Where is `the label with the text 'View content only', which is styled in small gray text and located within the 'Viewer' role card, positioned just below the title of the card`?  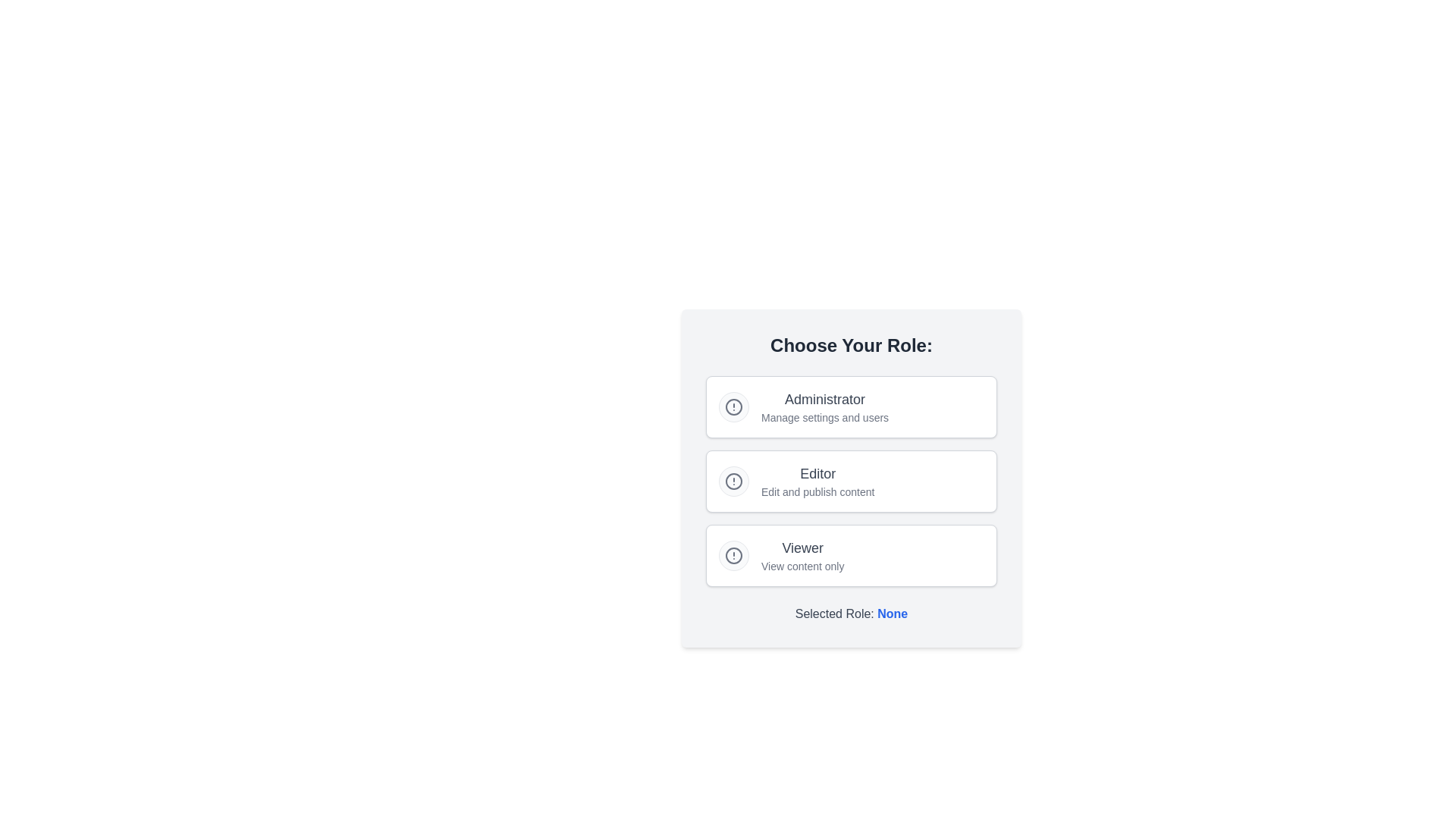
the label with the text 'View content only', which is styled in small gray text and located within the 'Viewer' role card, positioned just below the title of the card is located at coordinates (802, 566).